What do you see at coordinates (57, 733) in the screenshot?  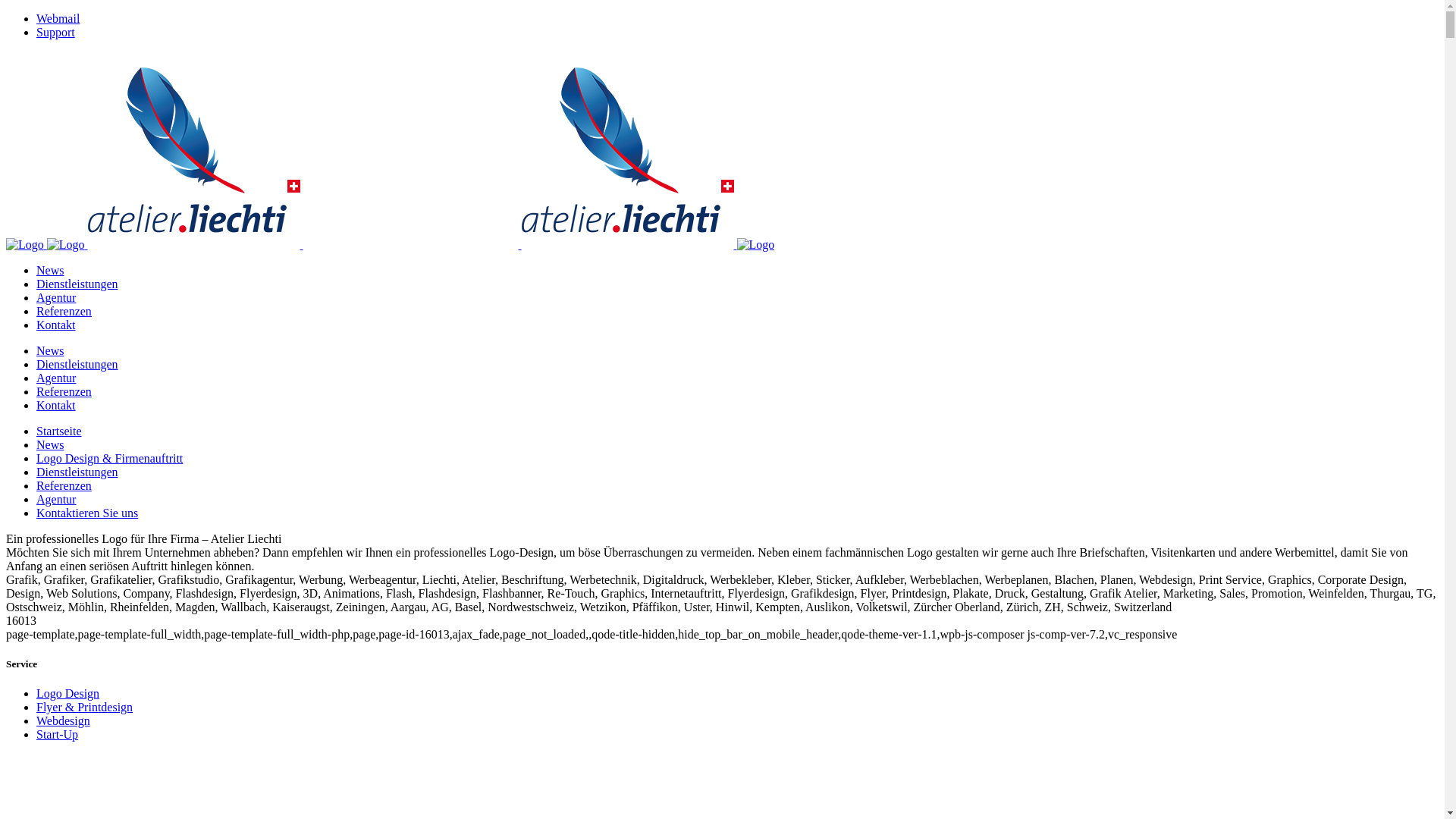 I see `'Start-Up'` at bounding box center [57, 733].